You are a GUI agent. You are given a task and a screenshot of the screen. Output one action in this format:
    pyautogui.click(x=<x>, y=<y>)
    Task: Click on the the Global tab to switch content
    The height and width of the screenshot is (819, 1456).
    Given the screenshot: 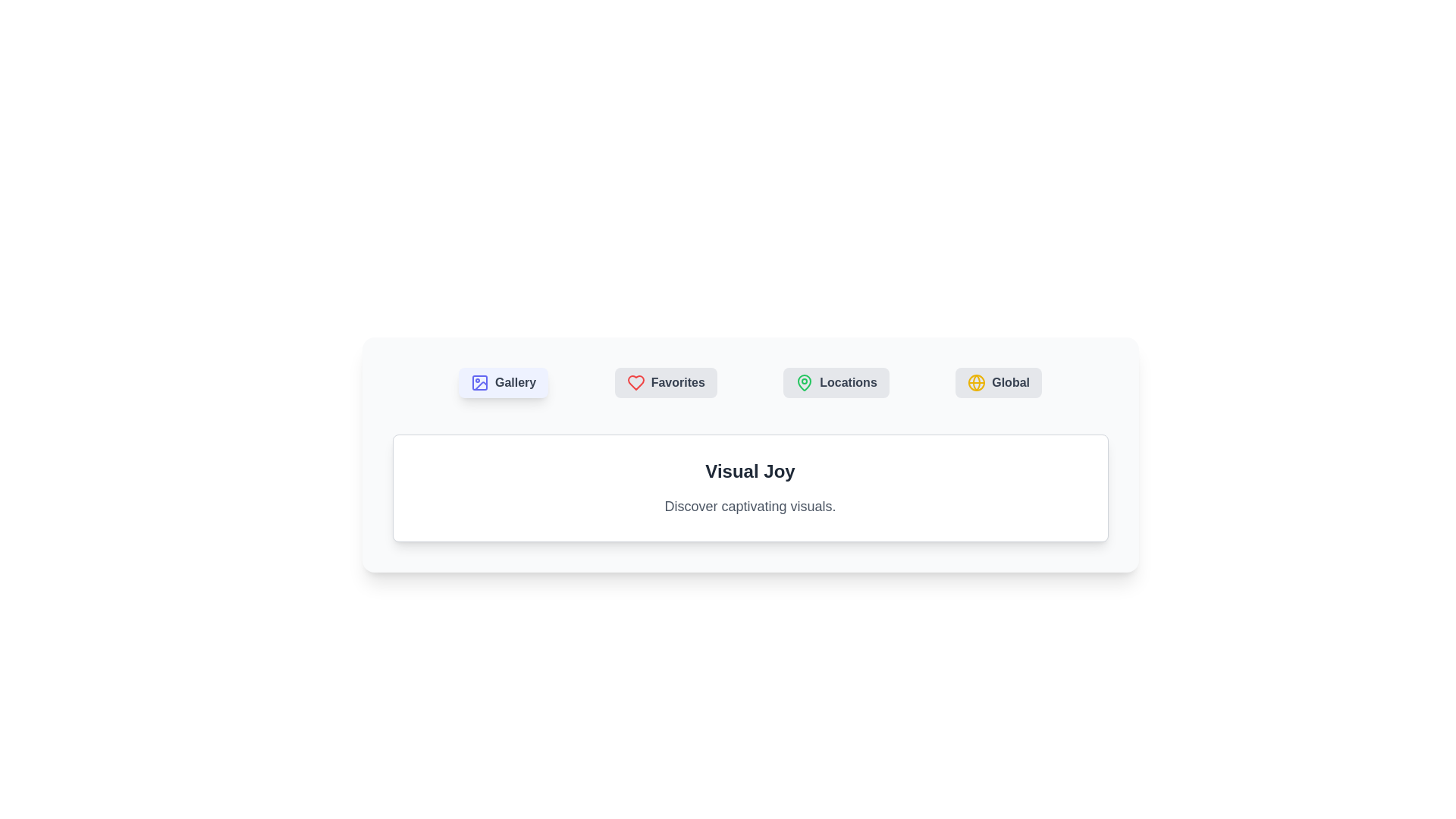 What is the action you would take?
    pyautogui.click(x=999, y=382)
    